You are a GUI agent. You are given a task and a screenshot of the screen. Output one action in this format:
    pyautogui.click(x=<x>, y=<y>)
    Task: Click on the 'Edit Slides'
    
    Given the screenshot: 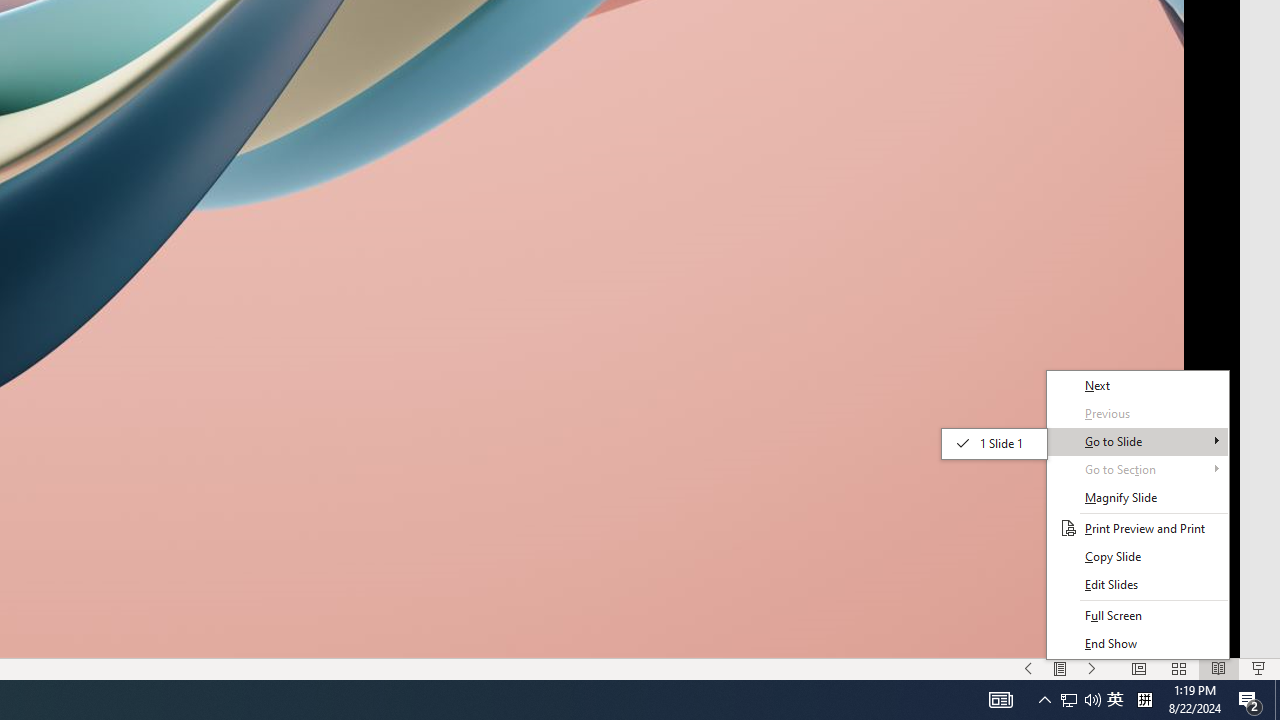 What is the action you would take?
    pyautogui.click(x=1137, y=585)
    